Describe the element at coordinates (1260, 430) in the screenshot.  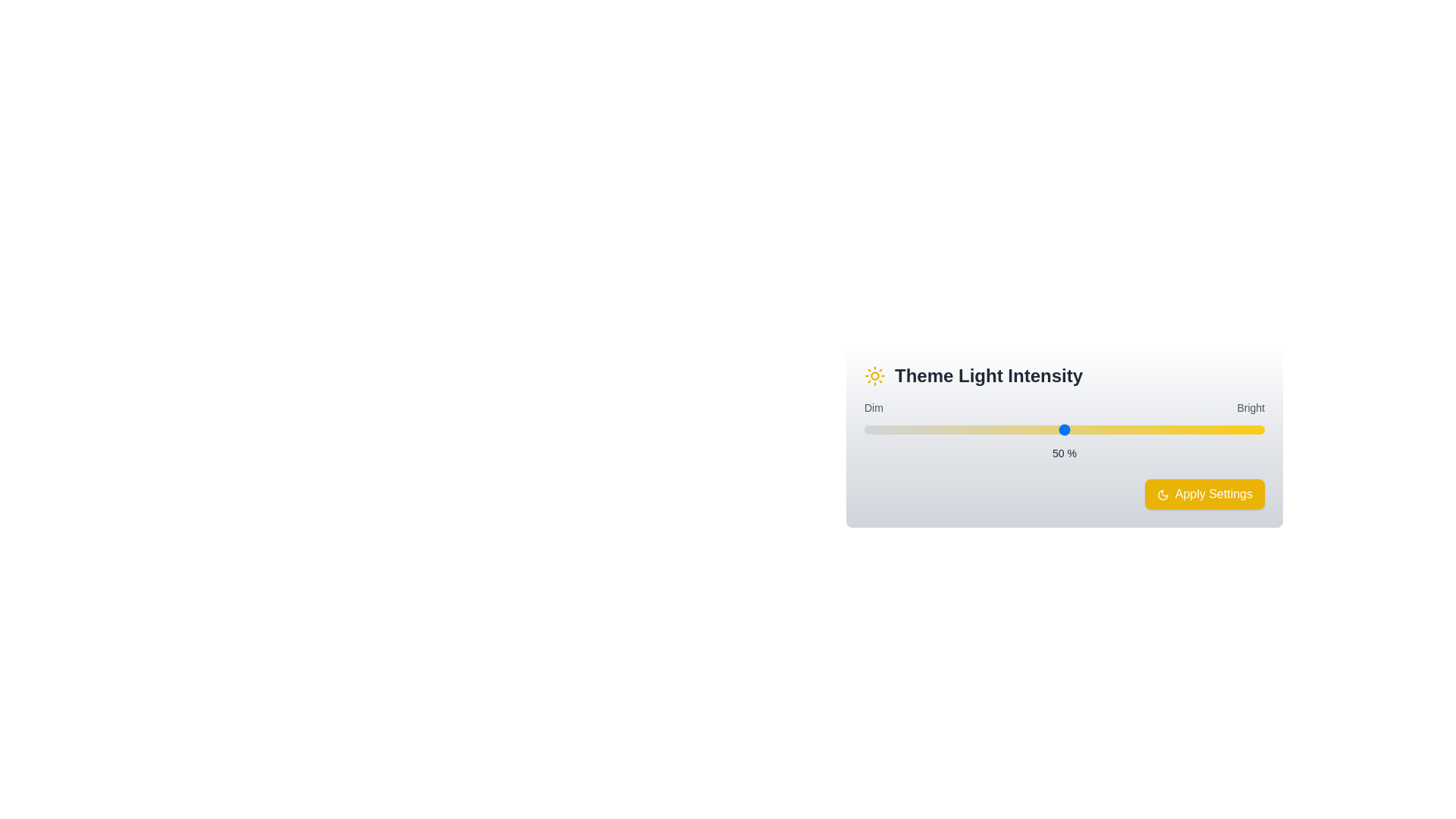
I see `the light intensity to 99% by interacting with the slider` at that location.